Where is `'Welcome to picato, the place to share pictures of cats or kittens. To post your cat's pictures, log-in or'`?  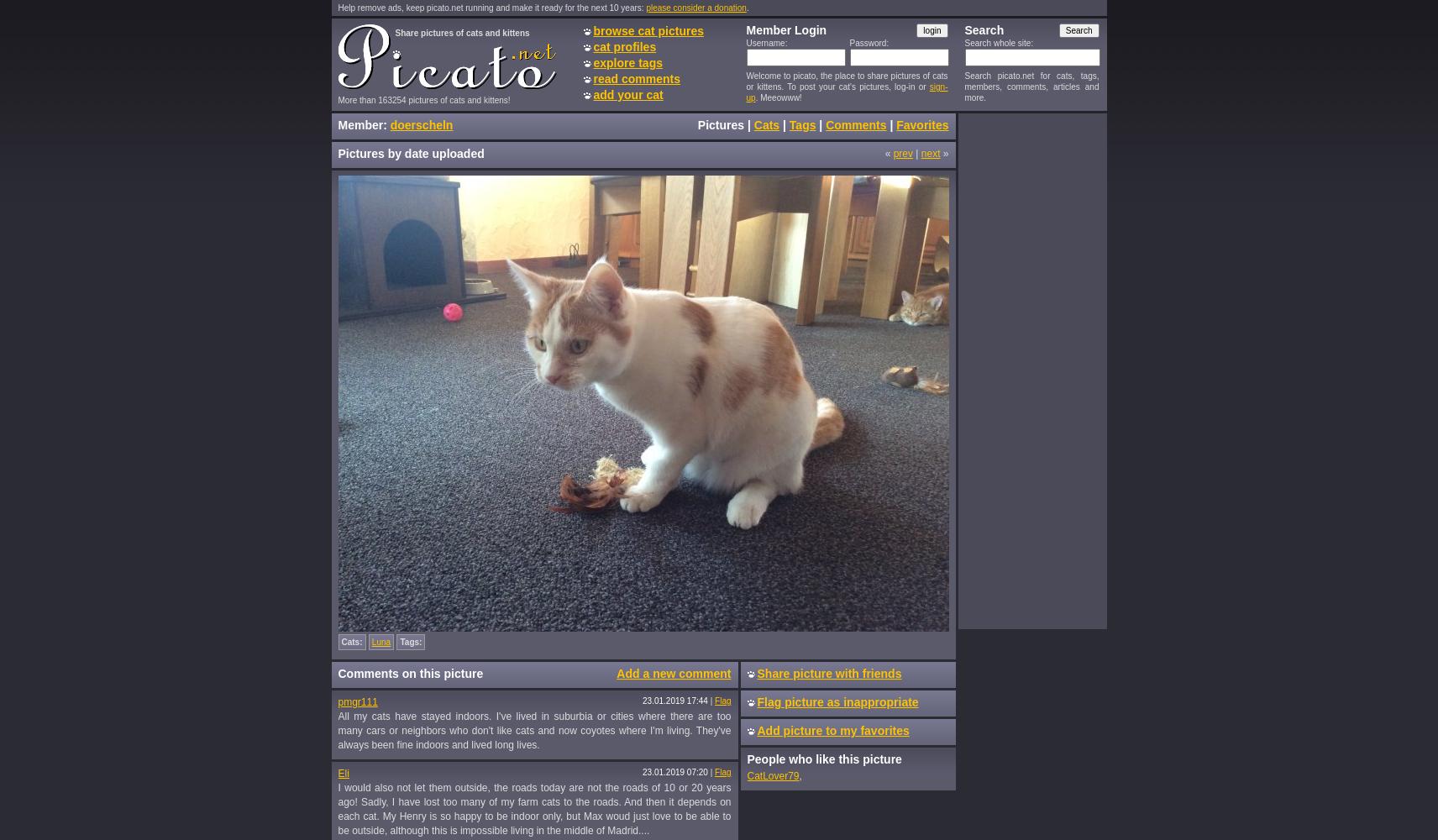 'Welcome to picato, the place to share pictures of cats or kittens. To post your cat's pictures, log-in or' is located at coordinates (846, 81).